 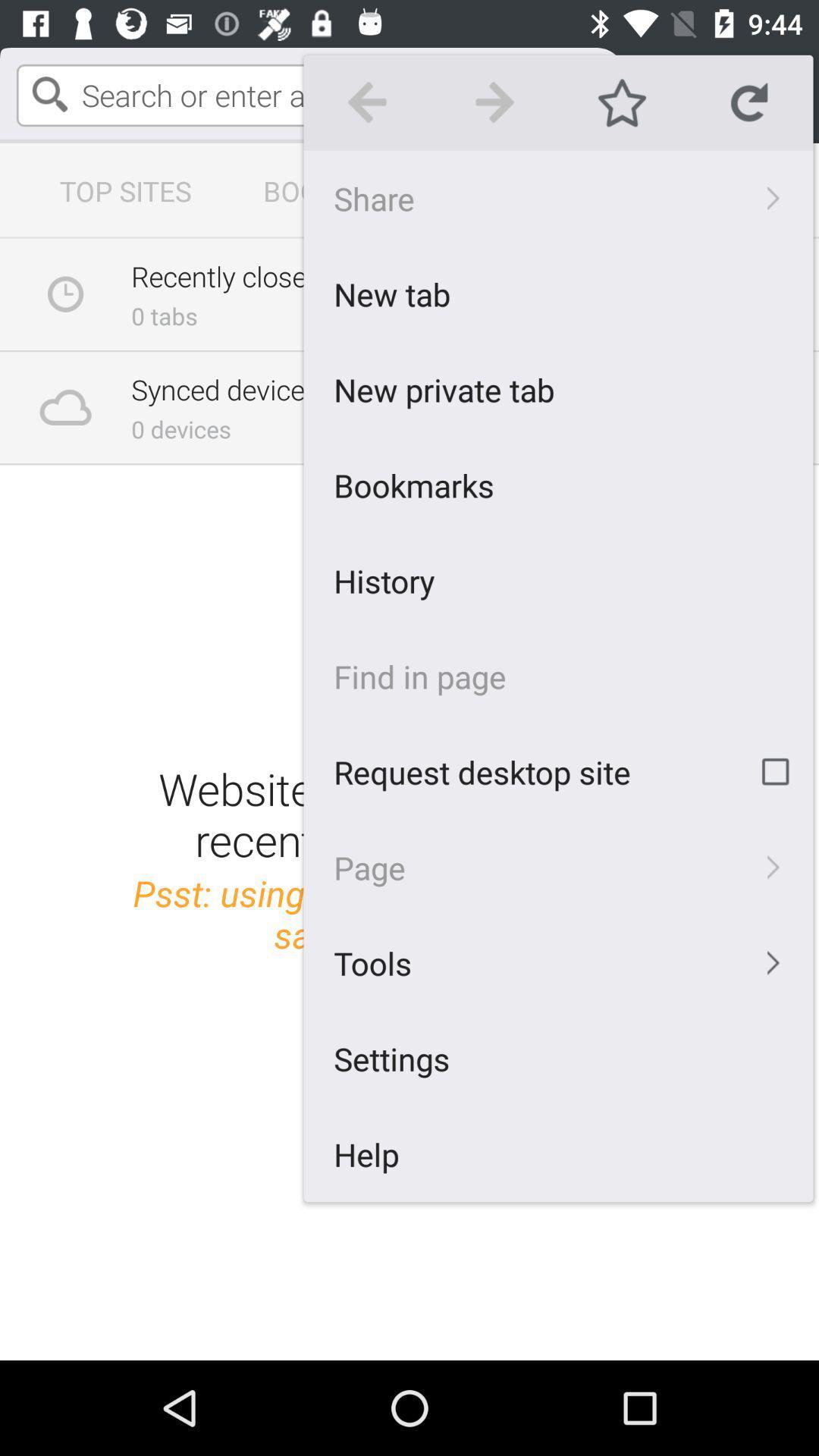 I want to click on the item above the new tab item, so click(x=558, y=197).